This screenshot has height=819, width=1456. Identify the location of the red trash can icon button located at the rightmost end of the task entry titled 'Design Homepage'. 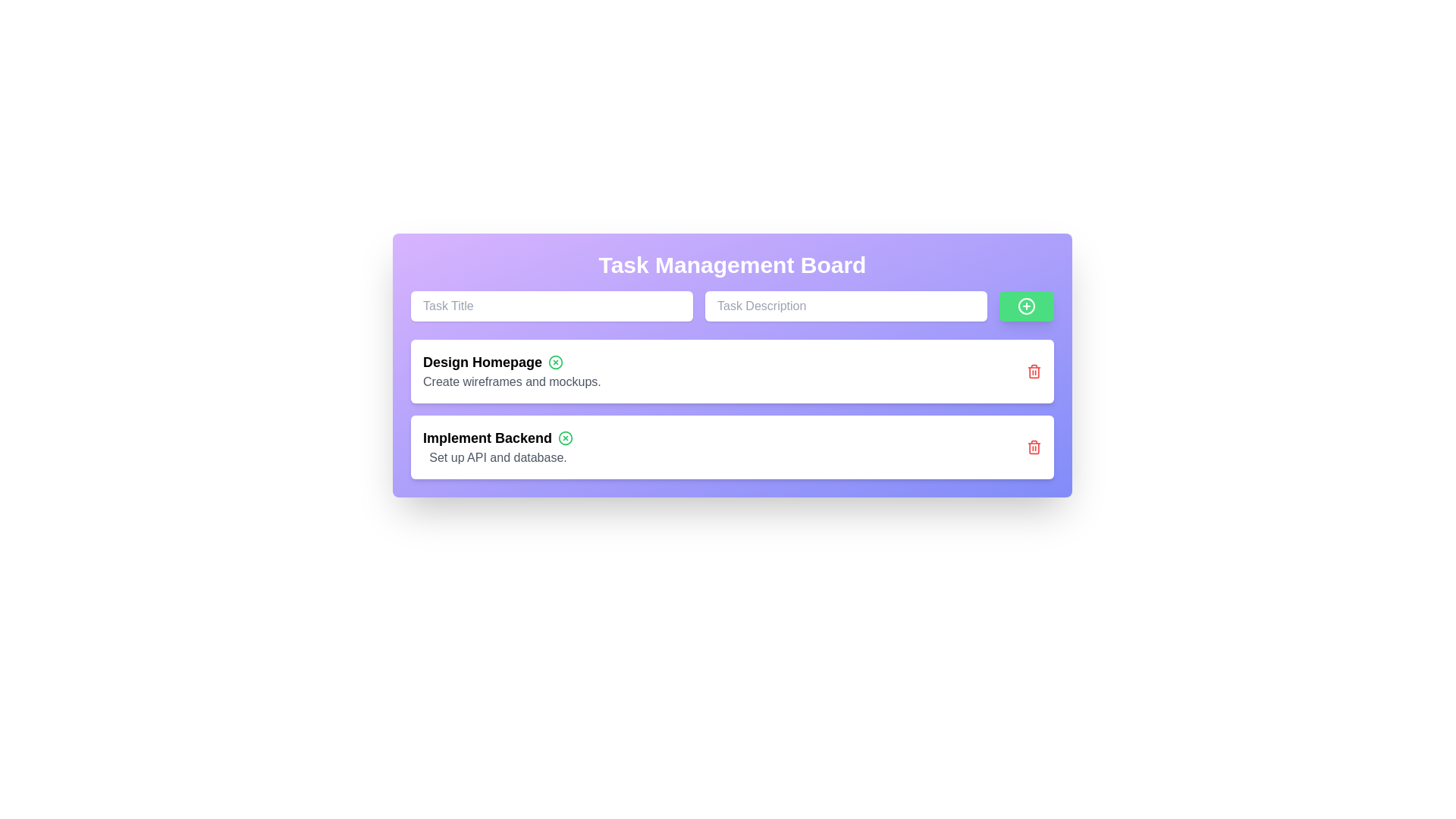
(1033, 371).